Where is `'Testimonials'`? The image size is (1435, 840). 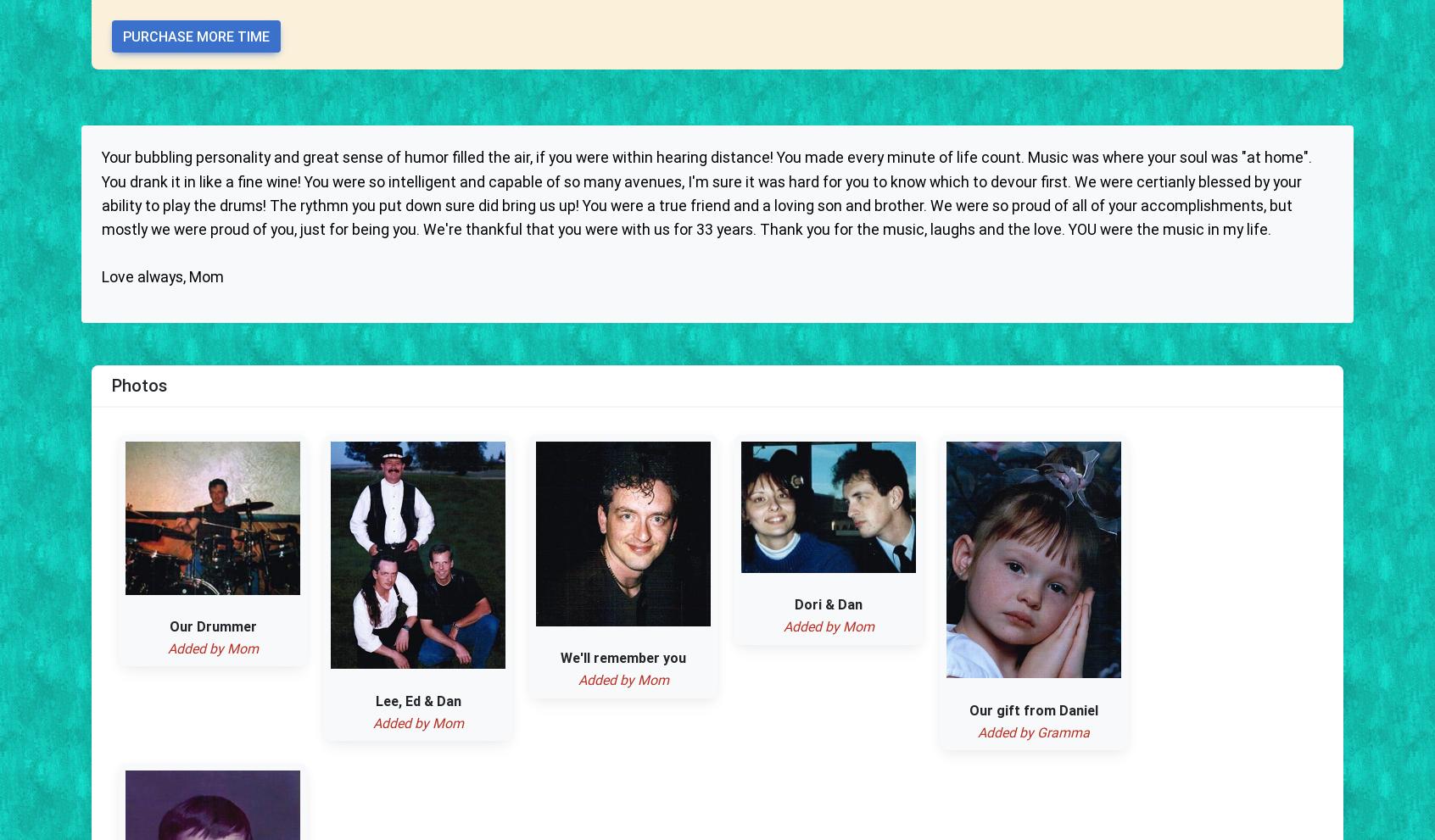 'Testimonials' is located at coordinates (997, 460).